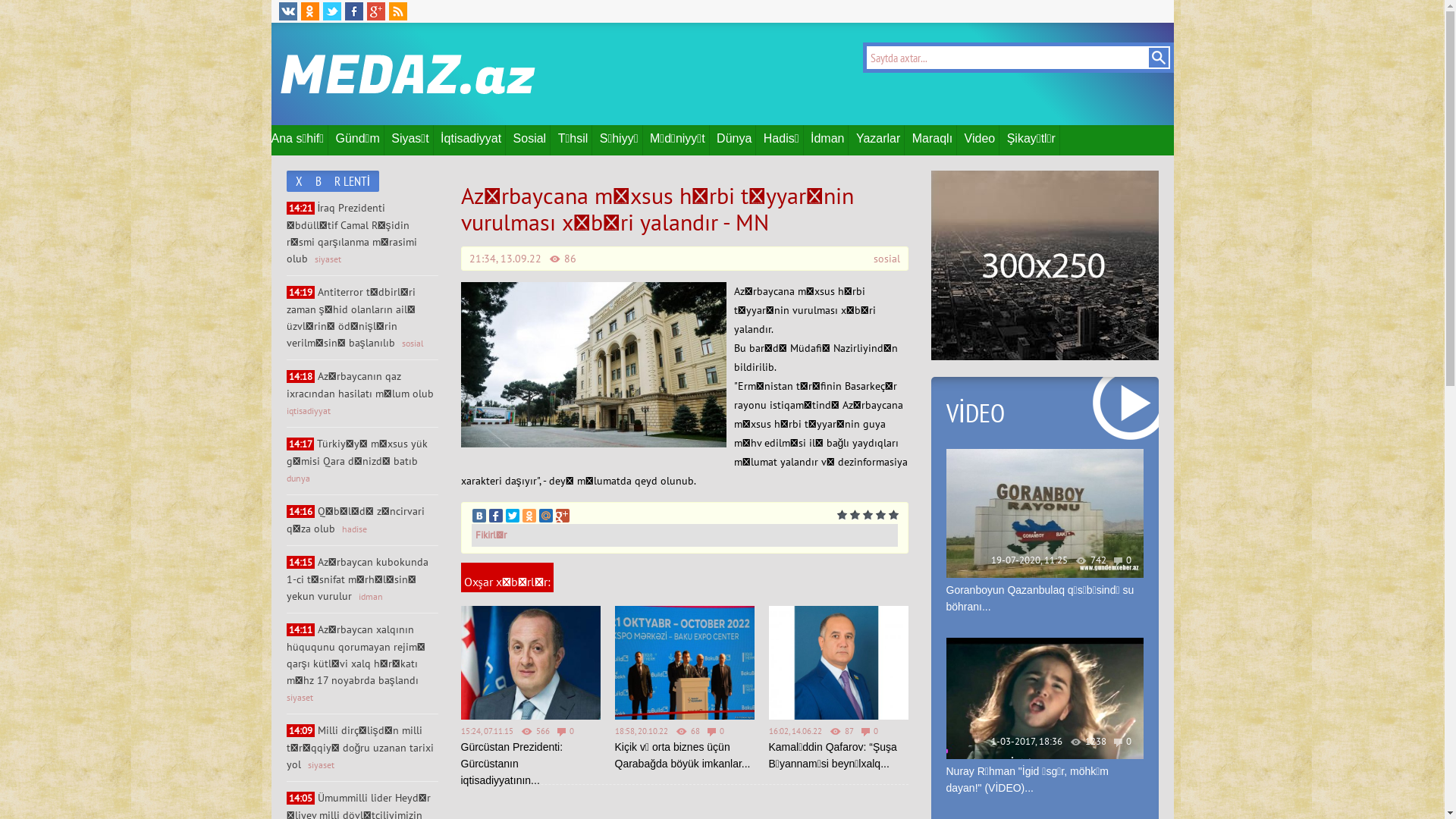 This screenshot has width=1456, height=819. I want to click on '4', so click(874, 514).